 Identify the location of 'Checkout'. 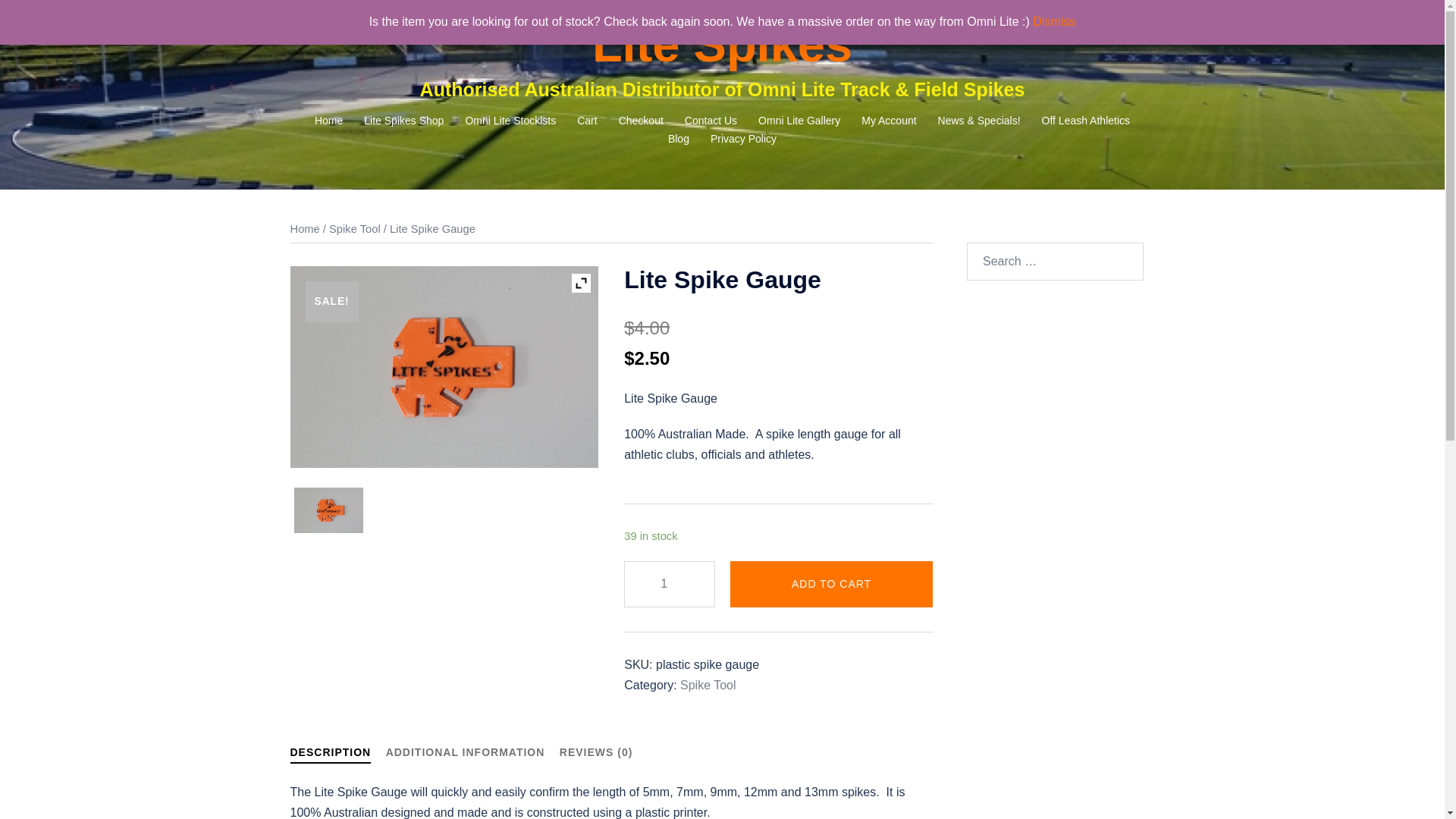
(641, 120).